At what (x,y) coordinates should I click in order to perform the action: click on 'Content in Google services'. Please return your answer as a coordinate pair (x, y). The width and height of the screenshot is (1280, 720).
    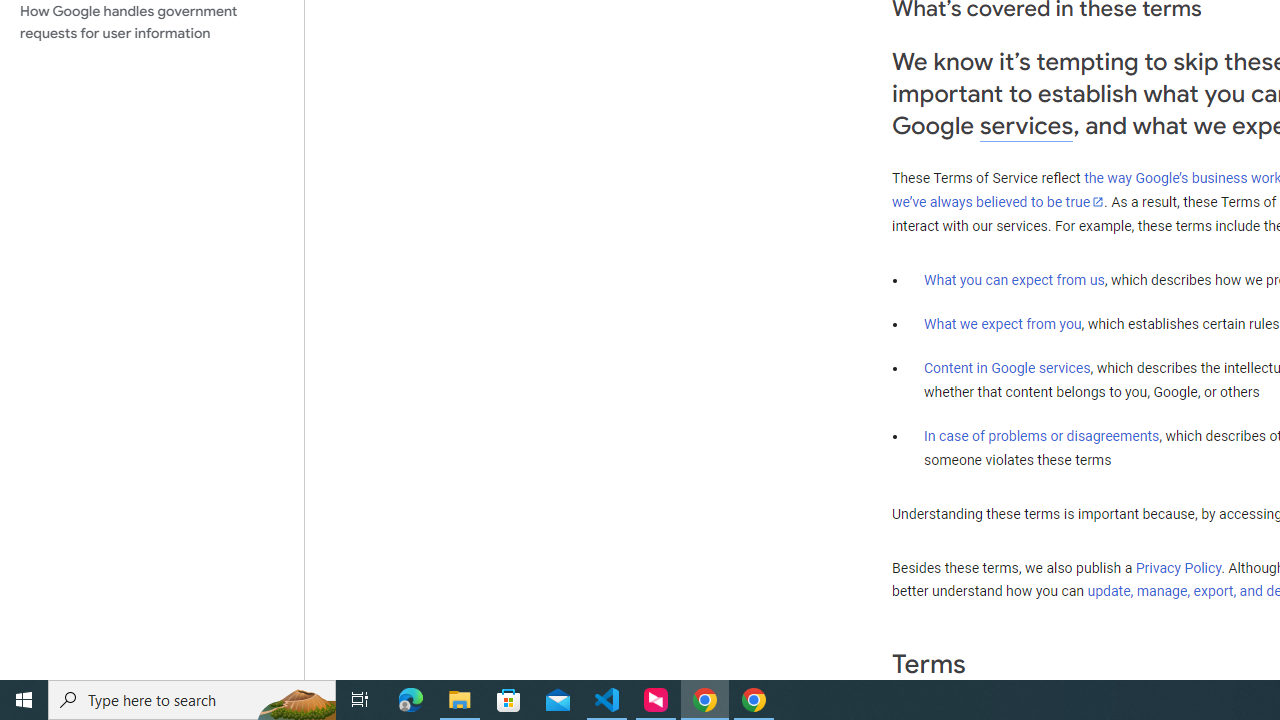
    Looking at the image, I should click on (1007, 368).